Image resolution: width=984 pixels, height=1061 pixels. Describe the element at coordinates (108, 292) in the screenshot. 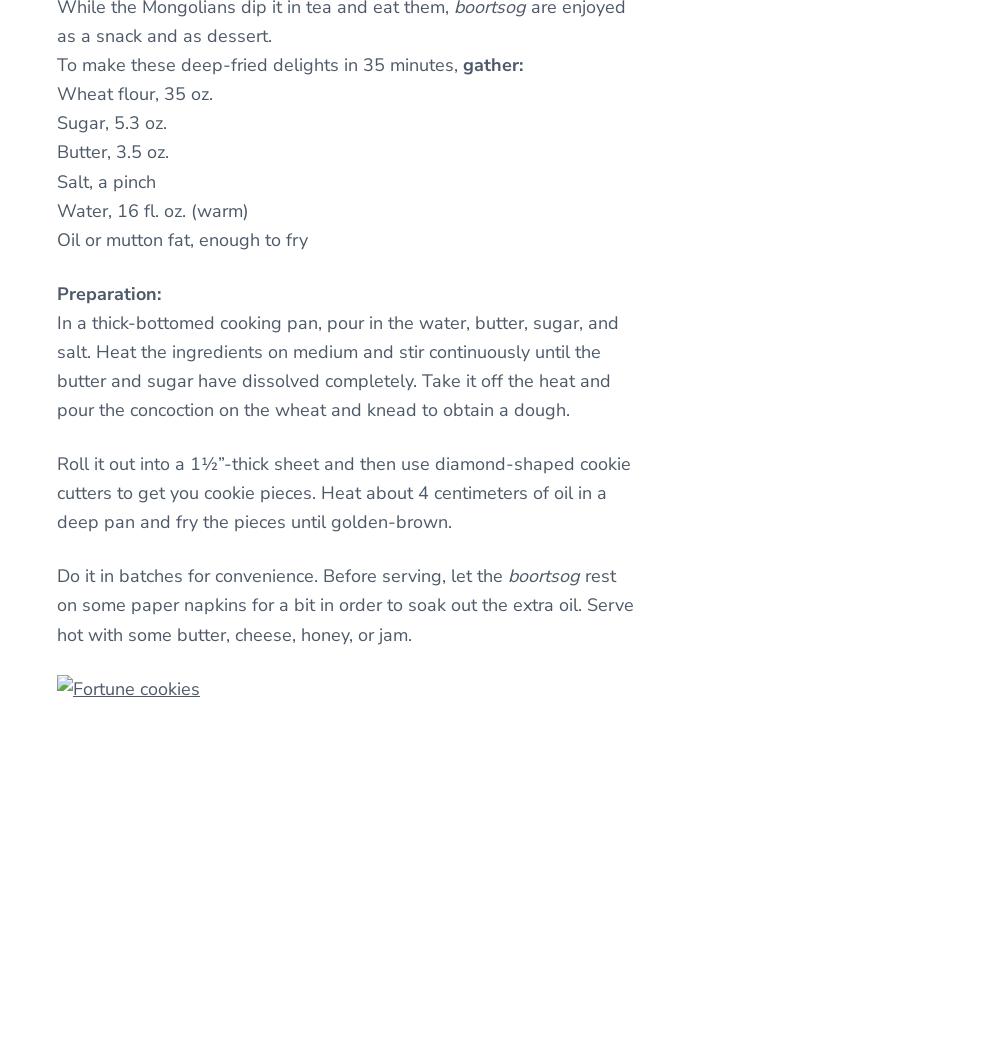

I see `'Preparation:'` at that location.